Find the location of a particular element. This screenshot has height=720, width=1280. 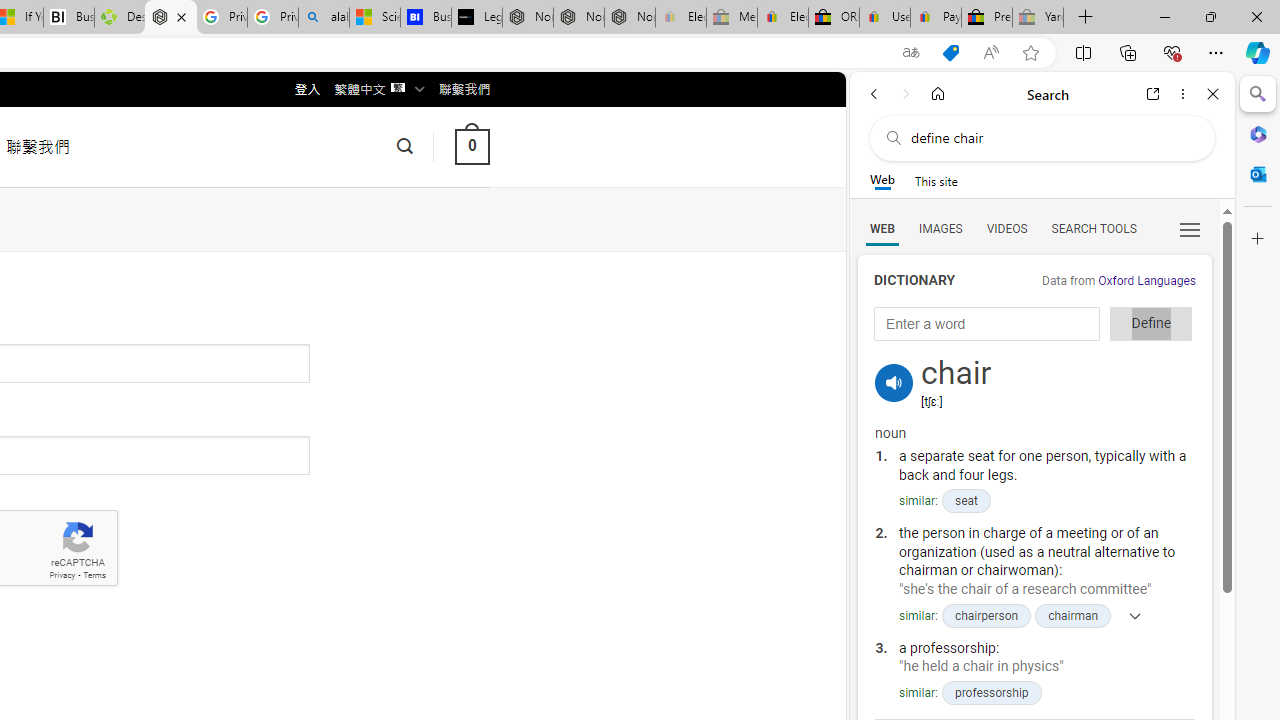

'Define' is located at coordinates (1151, 323).